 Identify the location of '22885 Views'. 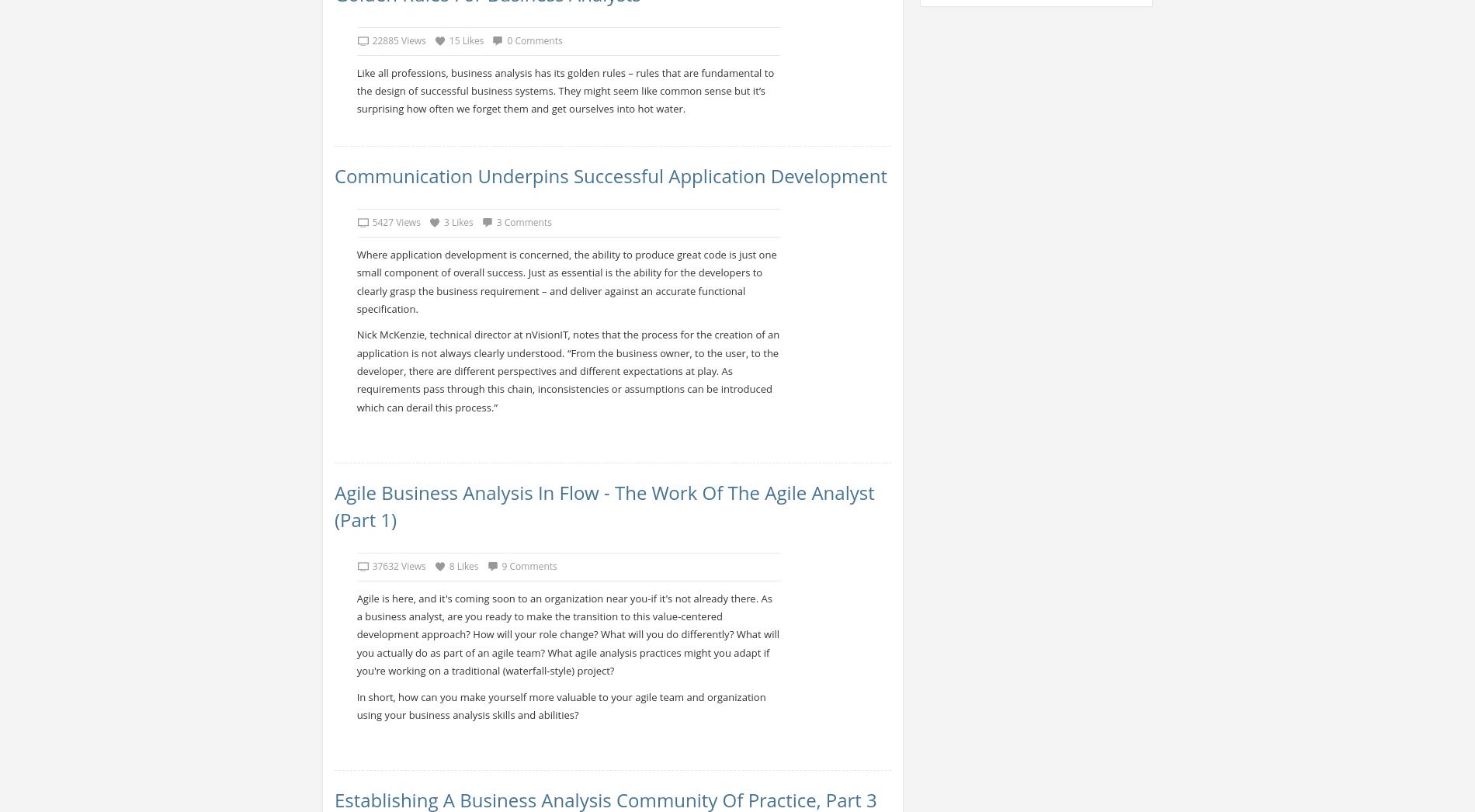
(398, 40).